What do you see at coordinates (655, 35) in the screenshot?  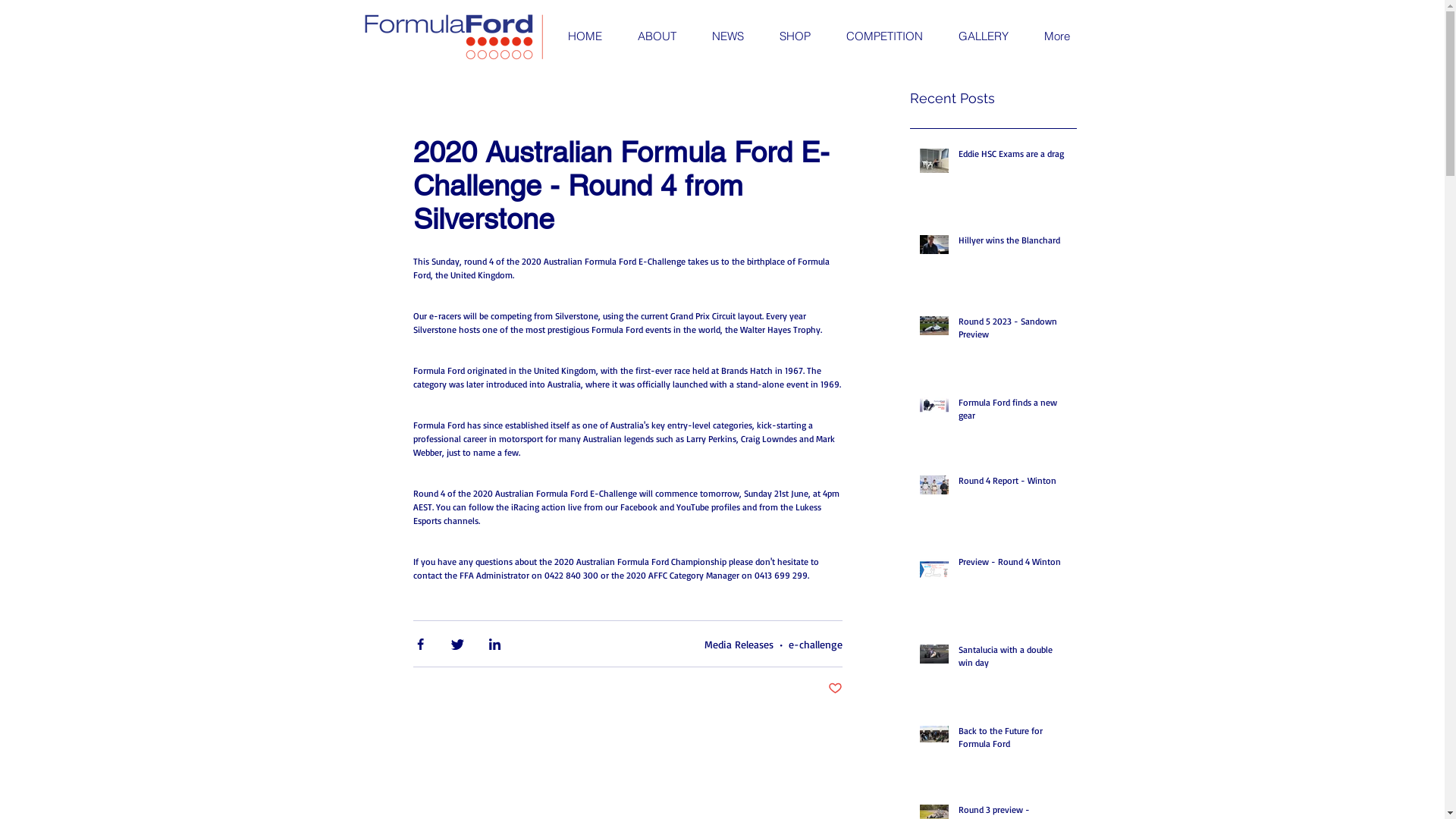 I see `'ABOUT'` at bounding box center [655, 35].